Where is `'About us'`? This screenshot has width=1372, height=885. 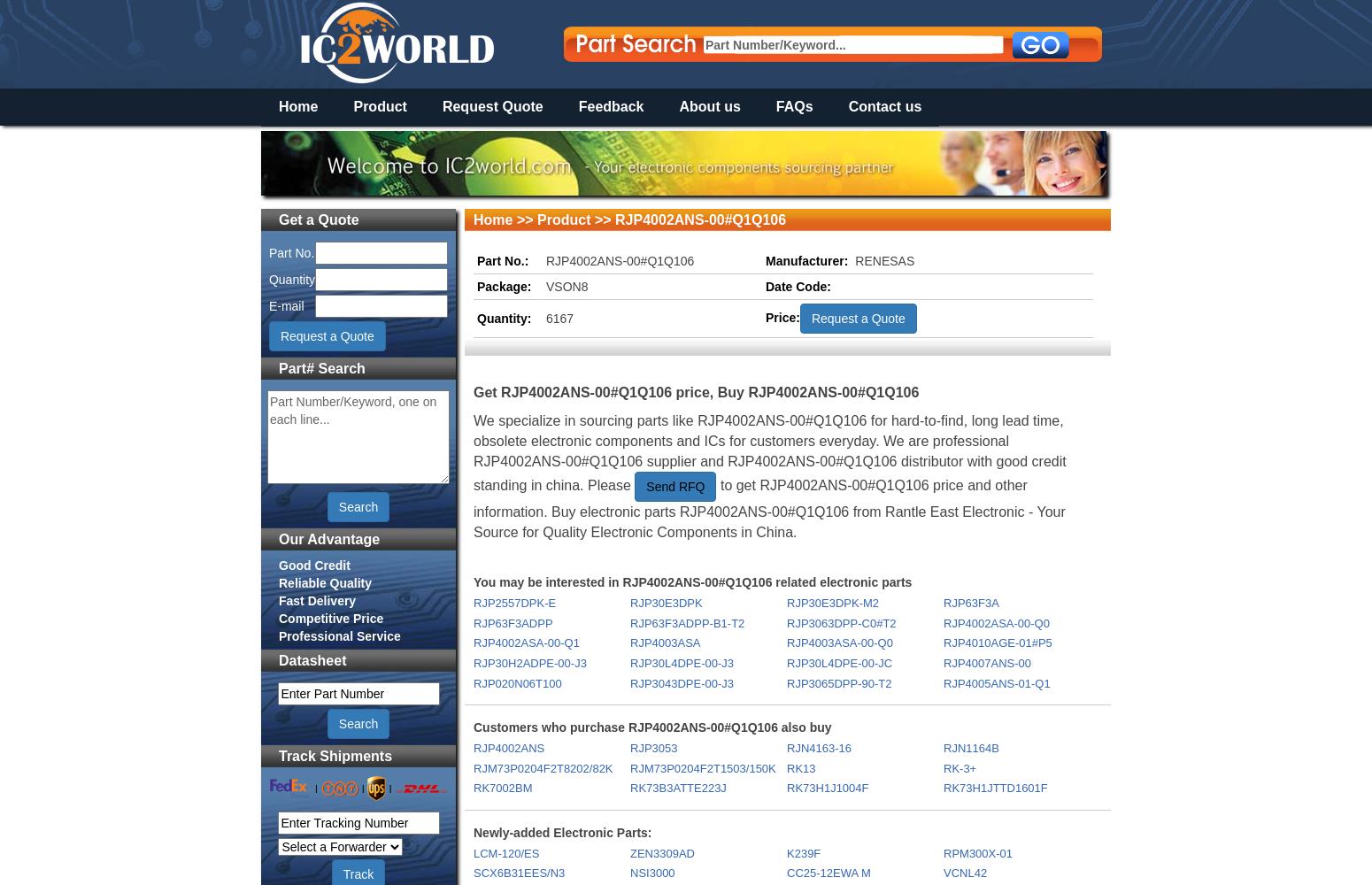
'About us' is located at coordinates (708, 105).